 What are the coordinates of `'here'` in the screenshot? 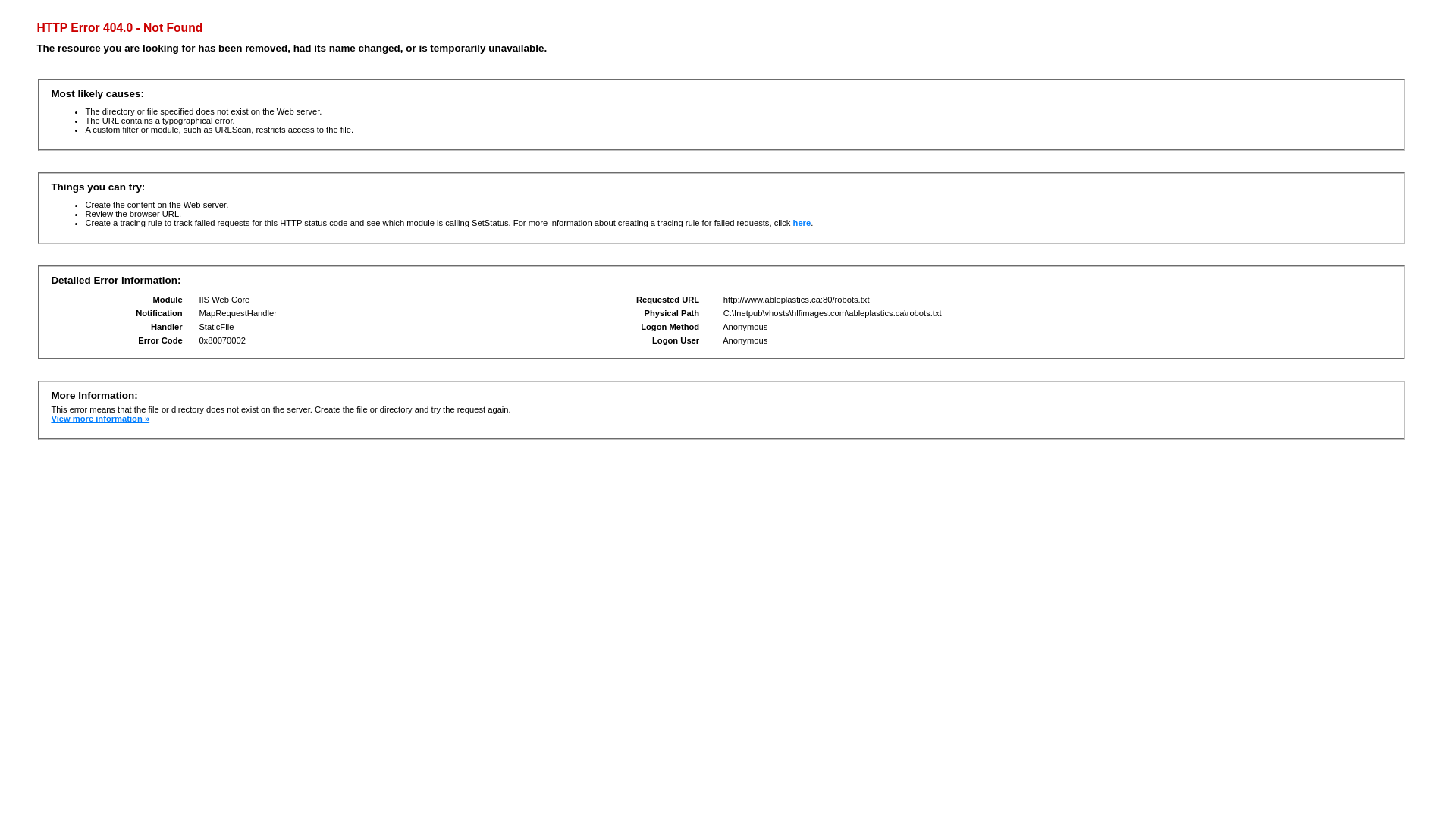 It's located at (792, 222).